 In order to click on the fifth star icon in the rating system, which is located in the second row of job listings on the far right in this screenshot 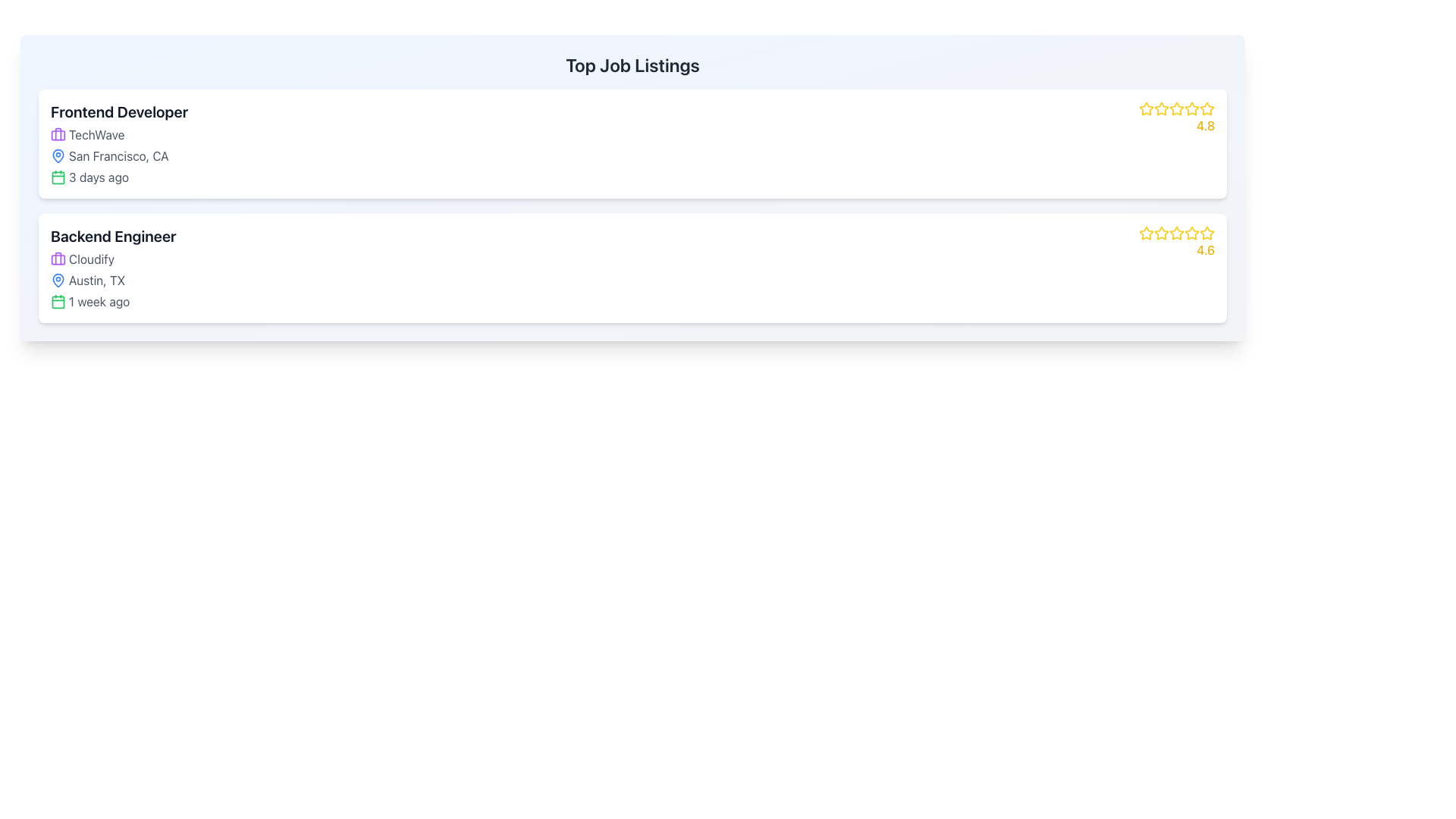, I will do `click(1207, 234)`.